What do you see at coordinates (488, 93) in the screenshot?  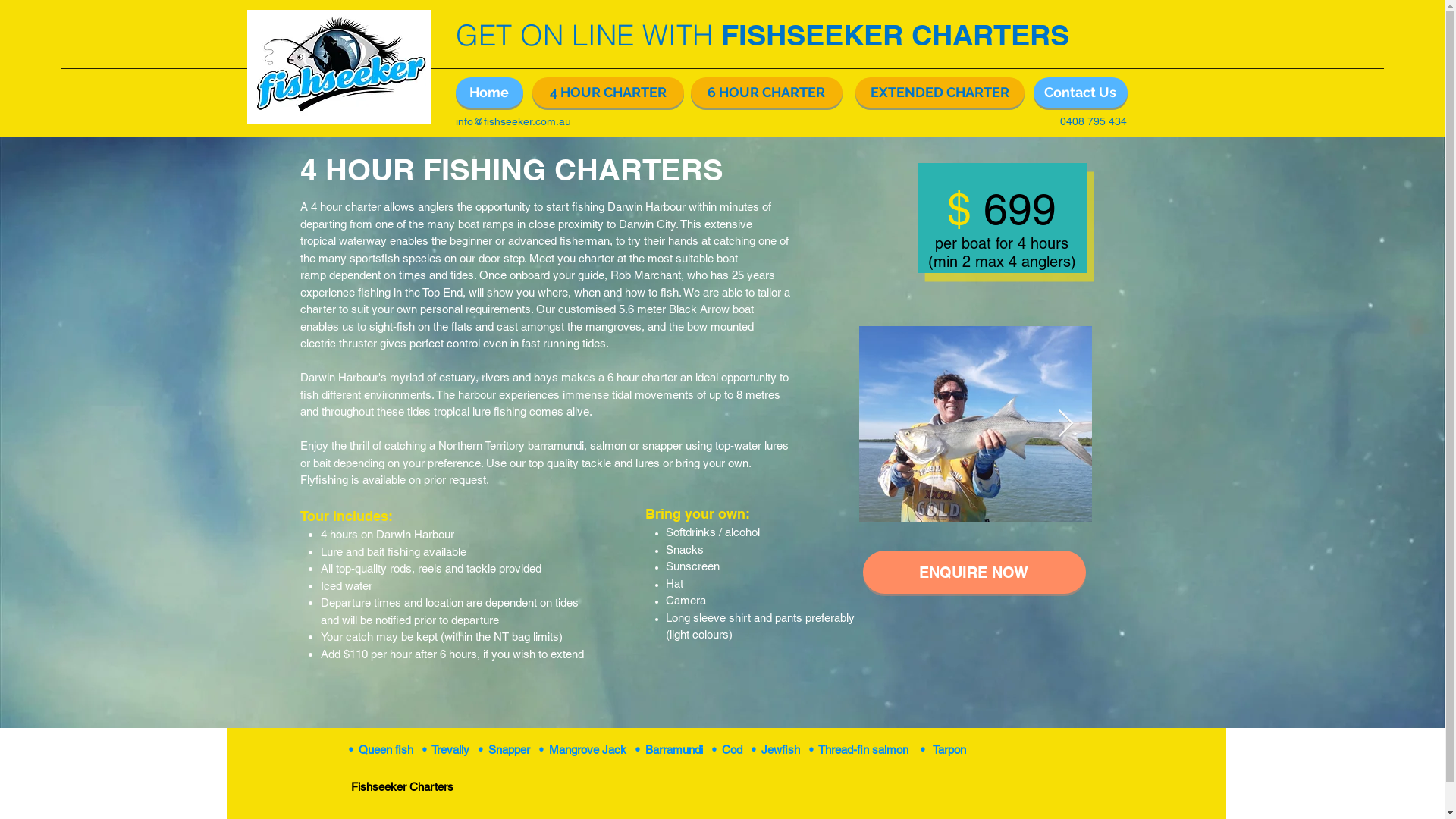 I see `'Home'` at bounding box center [488, 93].